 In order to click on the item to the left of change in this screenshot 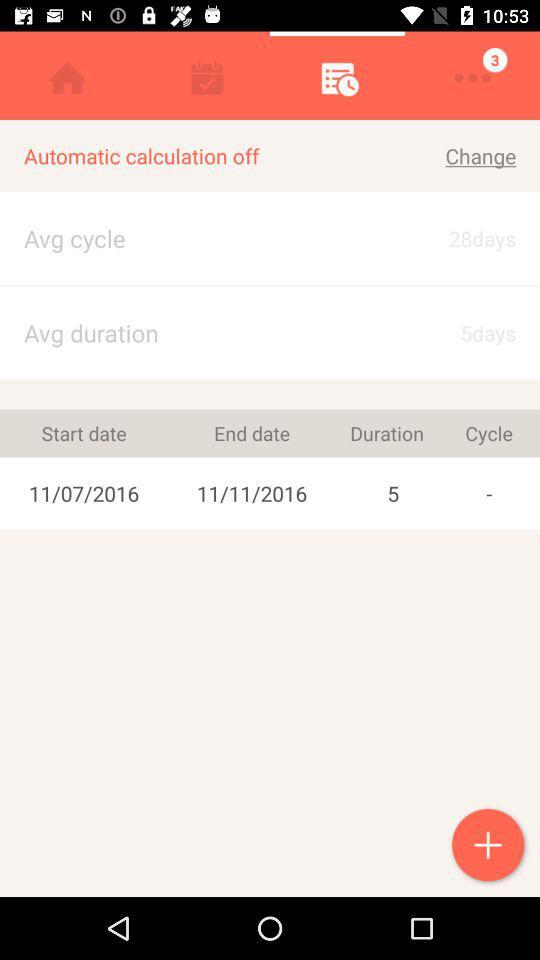, I will do `click(189, 238)`.